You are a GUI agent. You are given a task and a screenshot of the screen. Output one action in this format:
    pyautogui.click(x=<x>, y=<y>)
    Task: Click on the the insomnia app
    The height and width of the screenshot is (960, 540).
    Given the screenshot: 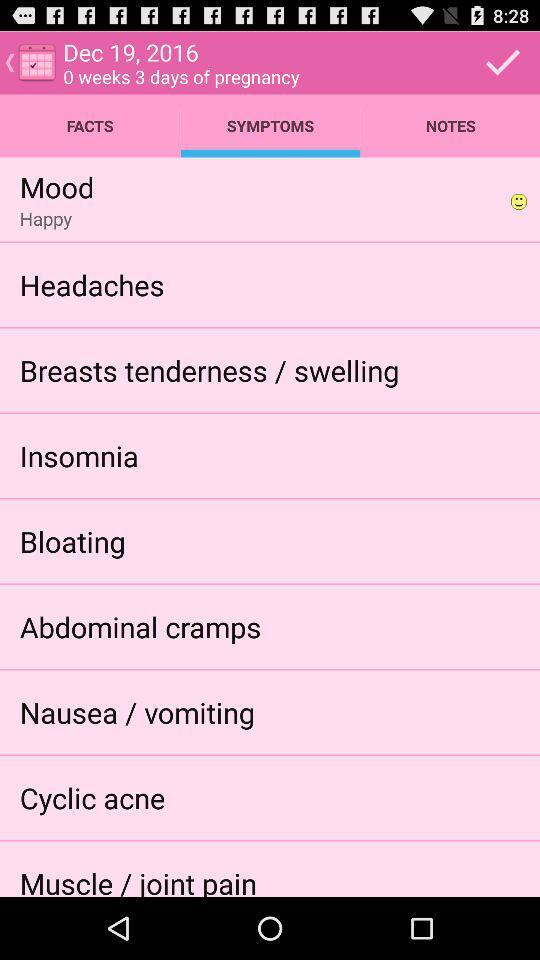 What is the action you would take?
    pyautogui.click(x=78, y=455)
    